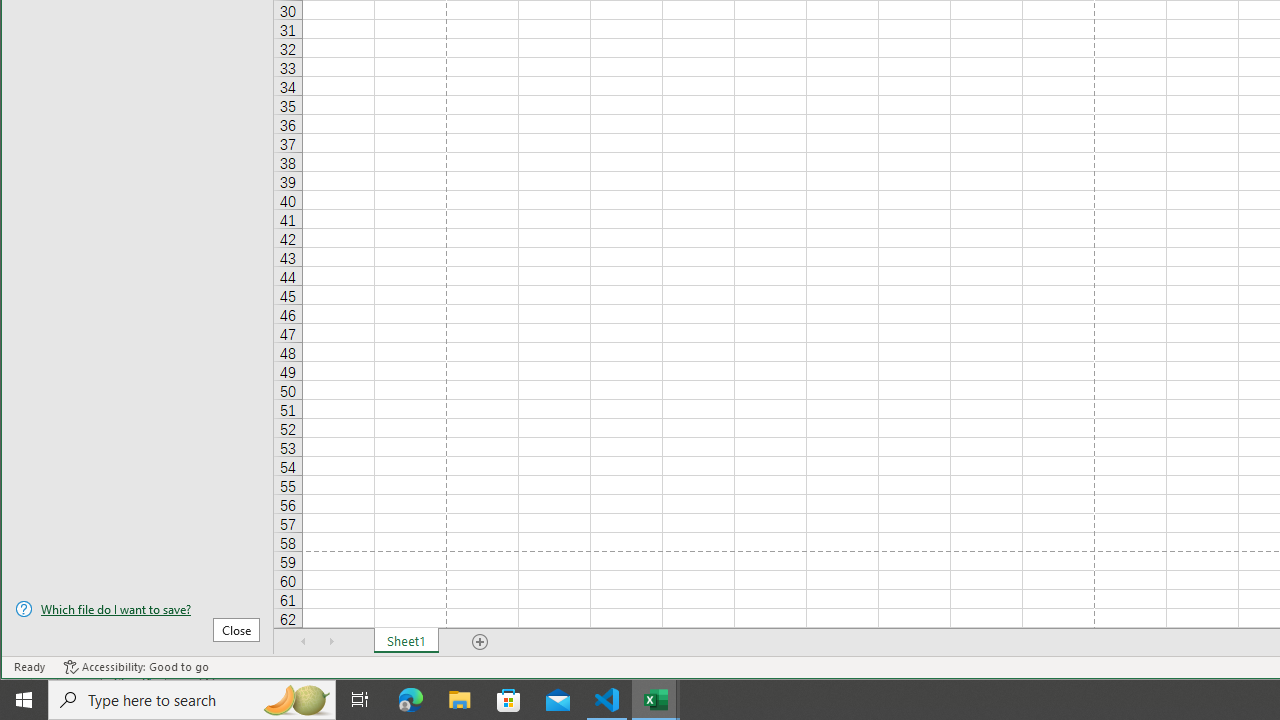 This screenshot has width=1280, height=720. I want to click on 'Search highlights icon opens search home window', so click(294, 698).